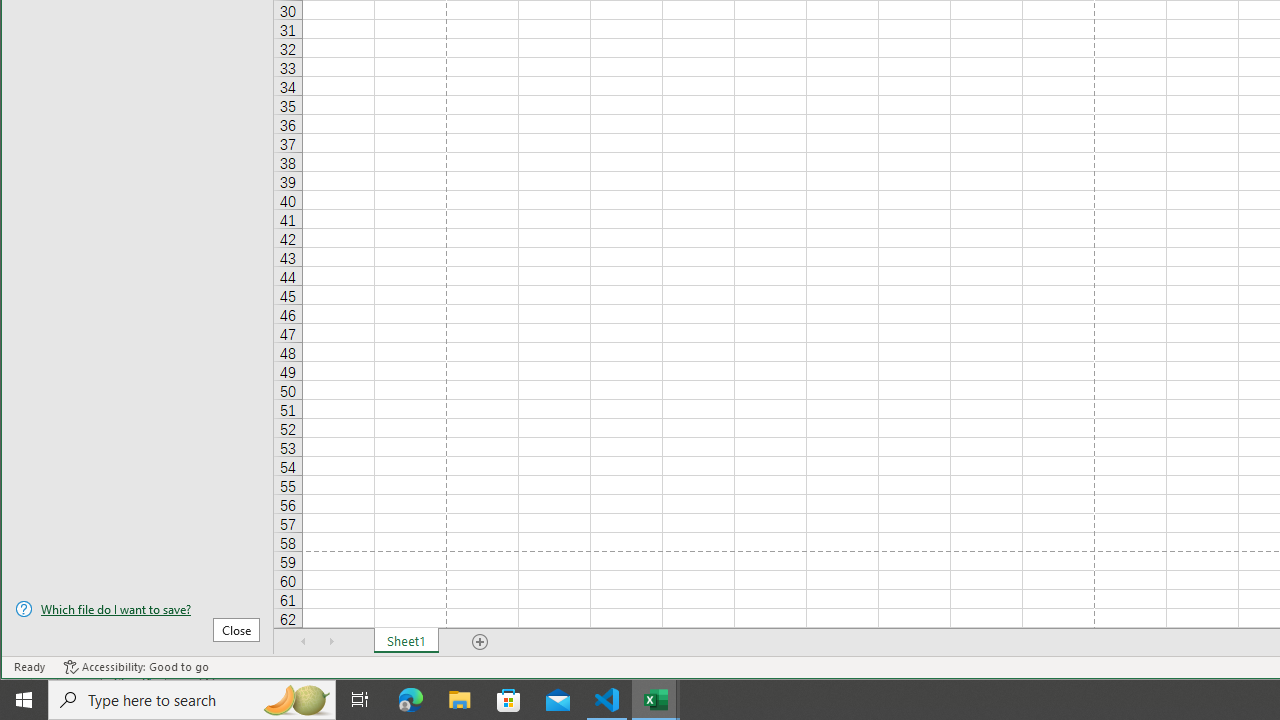 This screenshot has width=1280, height=720. I want to click on 'Search highlights icon opens search home window', so click(294, 698).